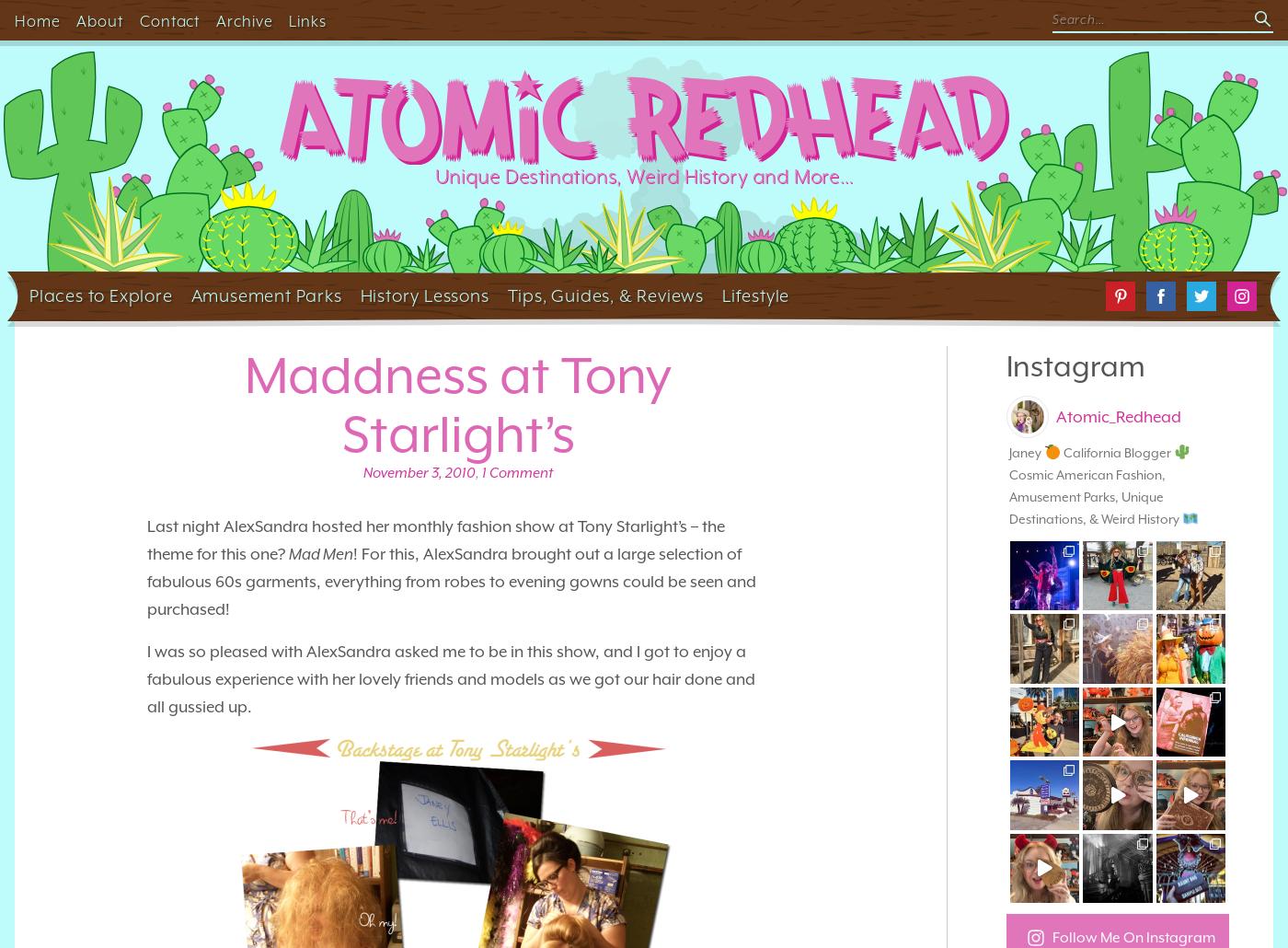 This screenshot has height=948, width=1288. I want to click on 'Maddness at Tony Starlight’s', so click(457, 404).